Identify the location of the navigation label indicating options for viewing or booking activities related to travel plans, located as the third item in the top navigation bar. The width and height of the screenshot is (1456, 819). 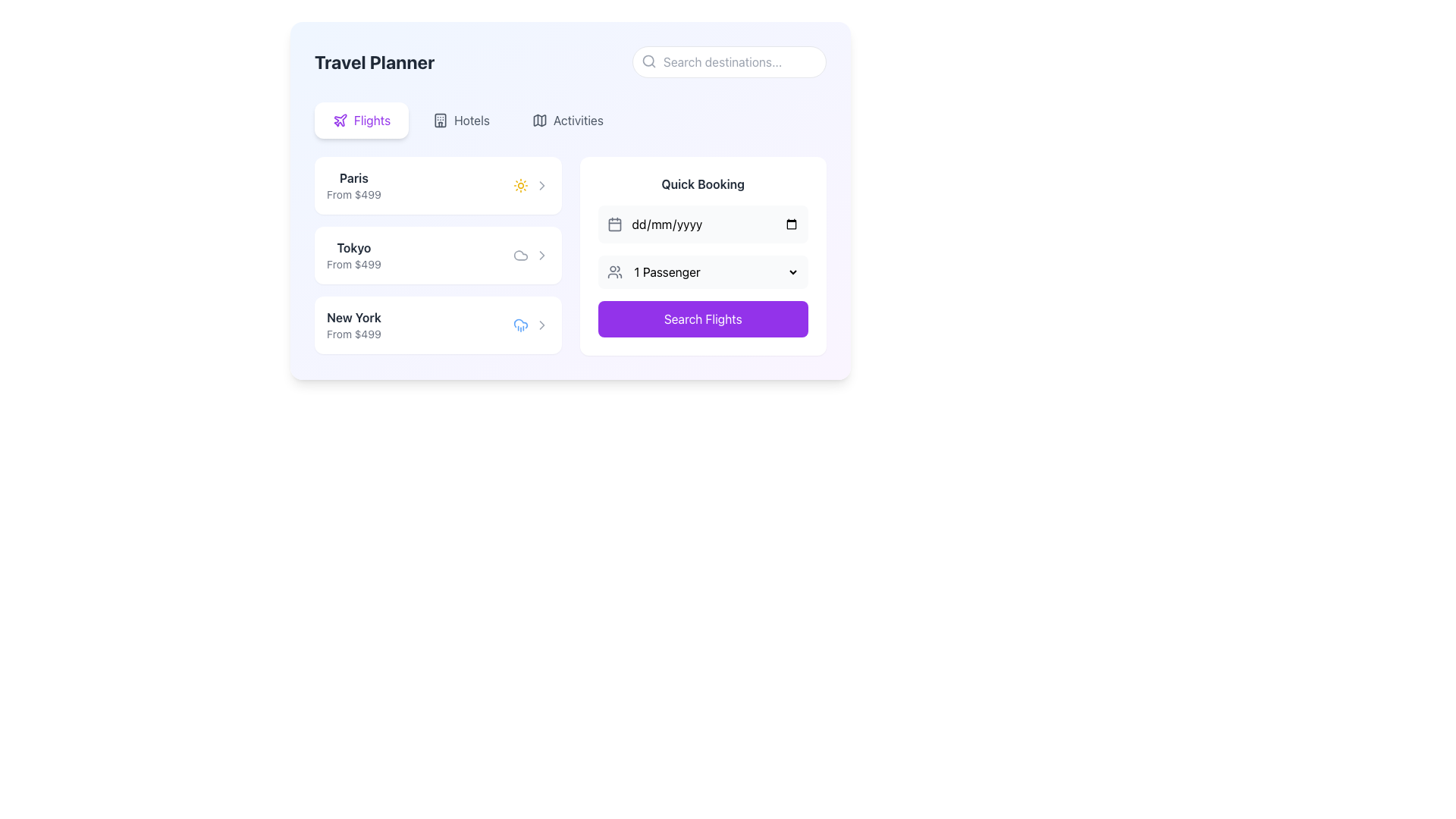
(577, 119).